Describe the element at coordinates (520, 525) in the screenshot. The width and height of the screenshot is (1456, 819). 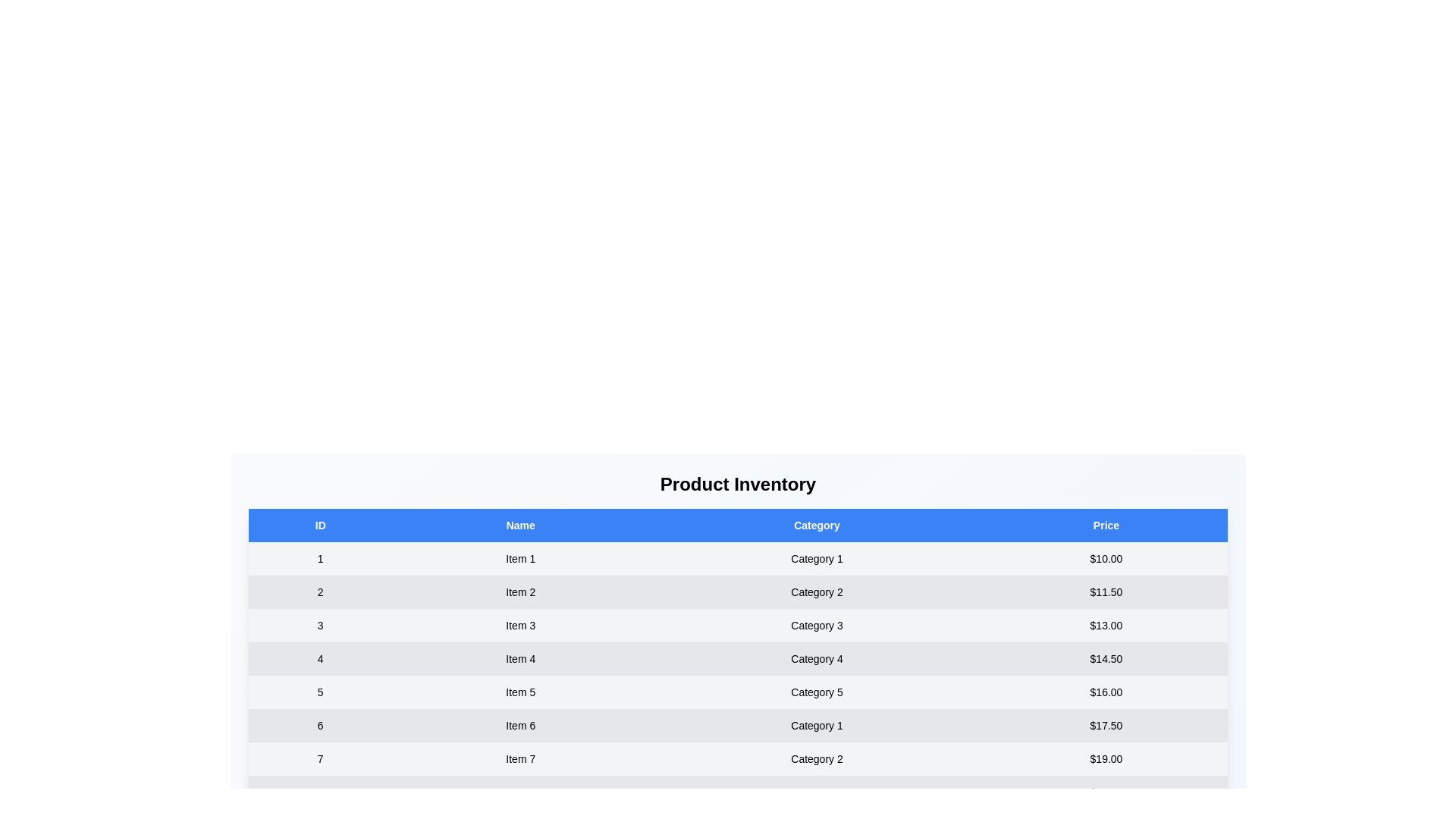
I see `the column header to sort by Name` at that location.